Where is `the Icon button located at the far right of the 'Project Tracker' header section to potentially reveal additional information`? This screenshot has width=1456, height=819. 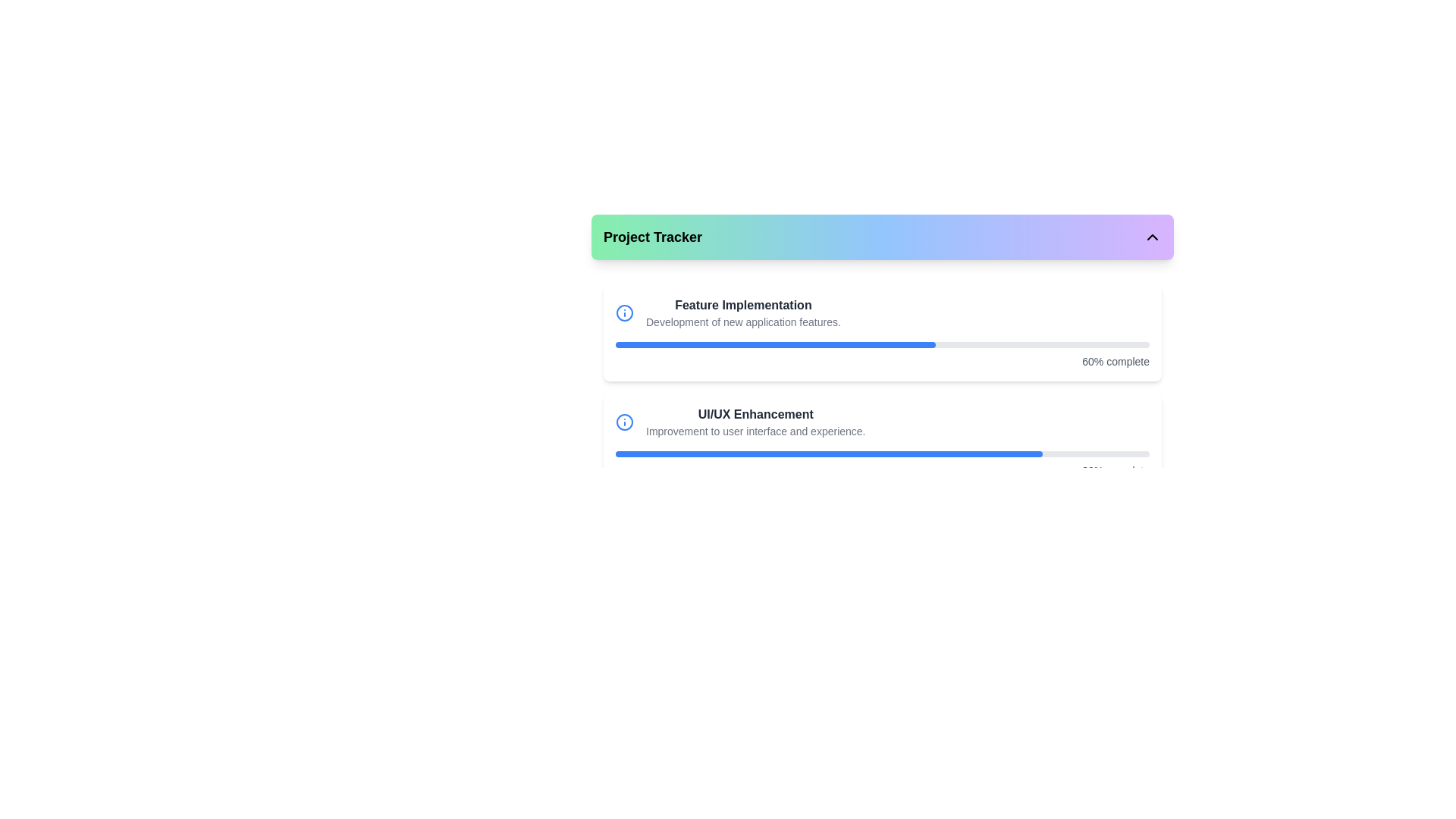 the Icon button located at the far right of the 'Project Tracker' header section to potentially reveal additional information is located at coordinates (1153, 237).